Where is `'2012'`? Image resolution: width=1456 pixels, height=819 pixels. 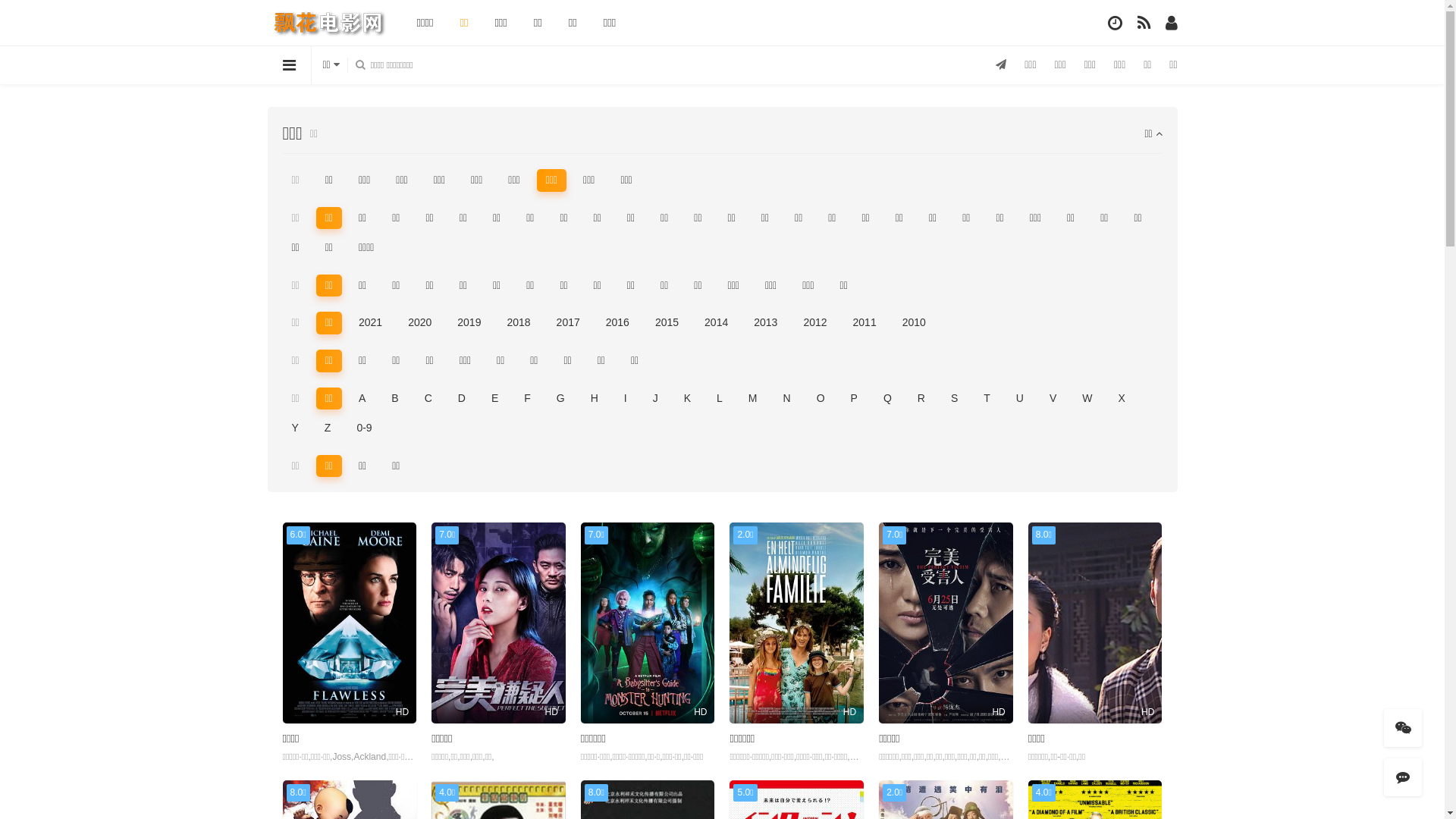 '2012' is located at coordinates (814, 322).